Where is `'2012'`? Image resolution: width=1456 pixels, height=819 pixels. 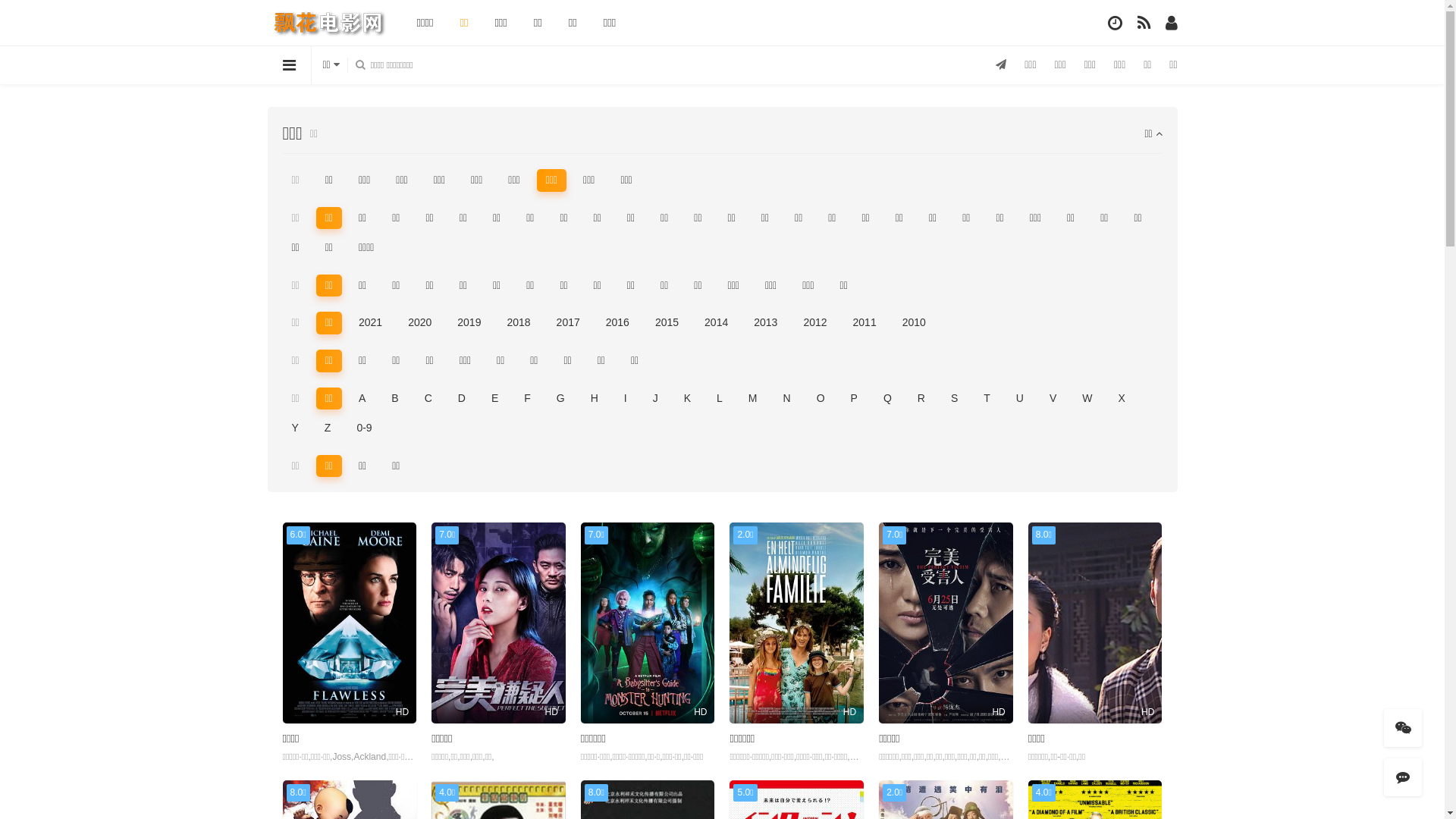 '2012' is located at coordinates (814, 322).